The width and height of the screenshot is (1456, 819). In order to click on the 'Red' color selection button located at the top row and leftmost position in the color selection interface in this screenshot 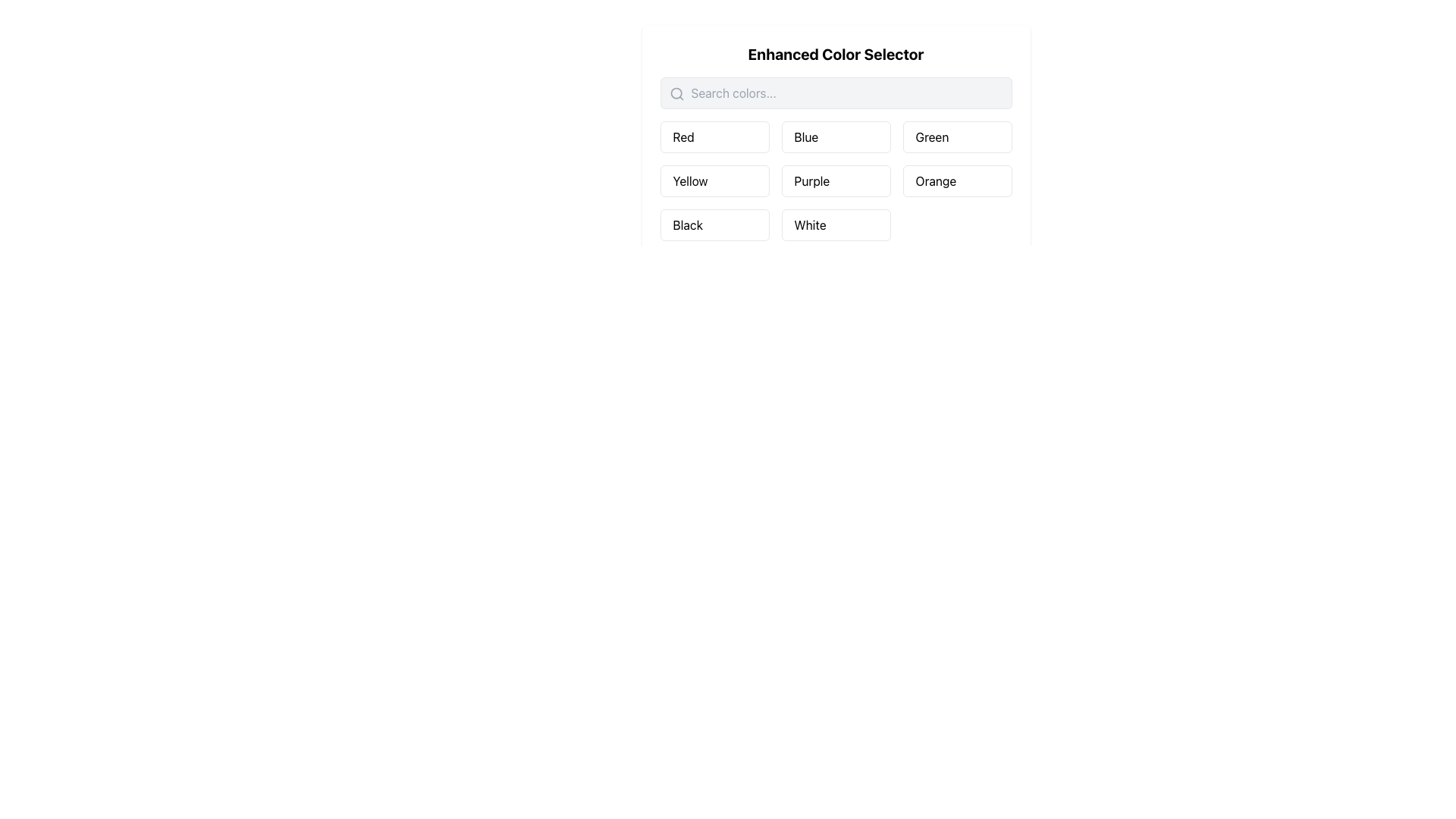, I will do `click(714, 137)`.